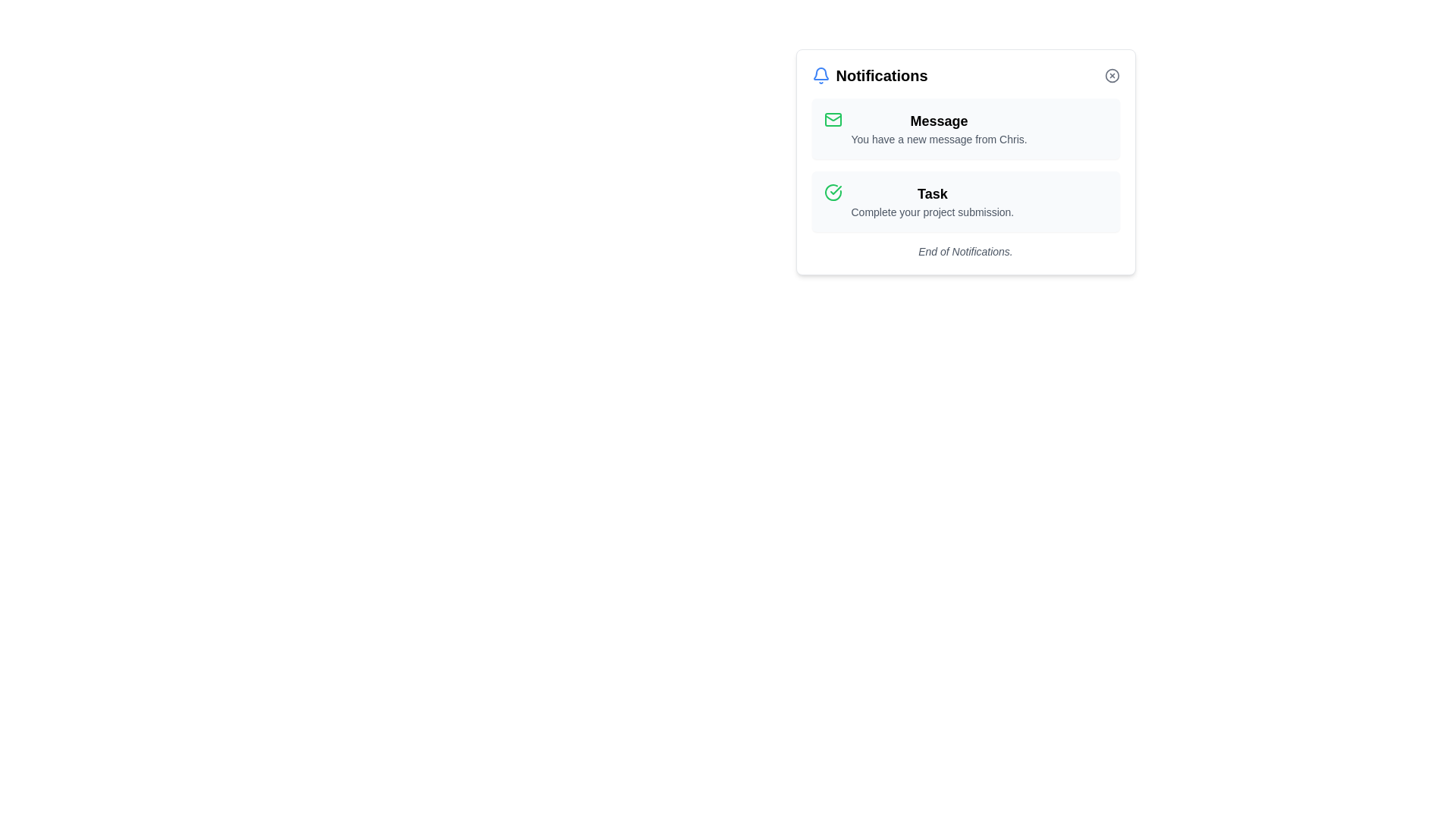  Describe the element at coordinates (965, 250) in the screenshot. I see `the static informational text that serves as a separator or end marker, located at the bottom of the notification area, right below the two main notification items` at that location.